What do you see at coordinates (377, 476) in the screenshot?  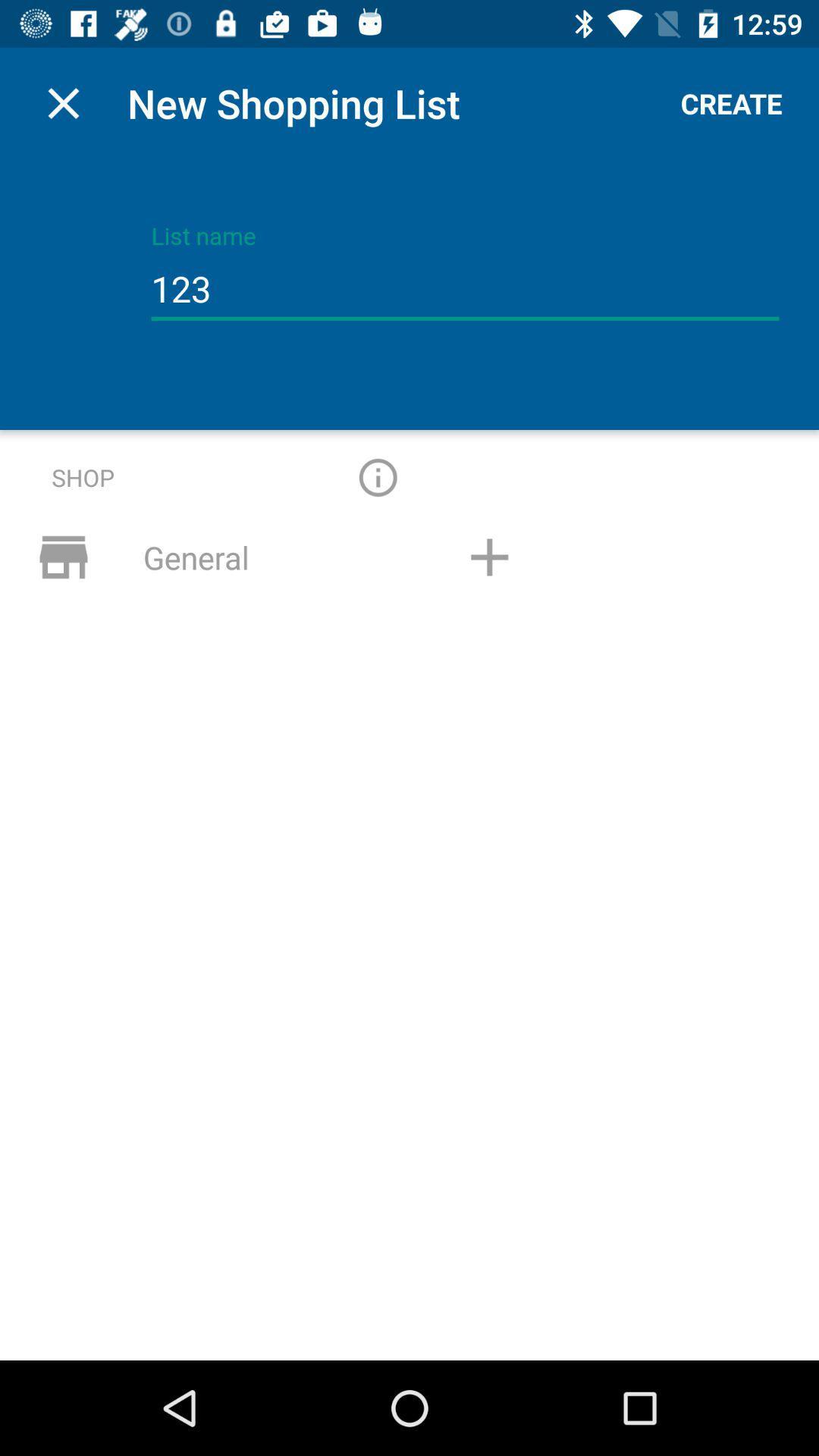 I see `give more information` at bounding box center [377, 476].